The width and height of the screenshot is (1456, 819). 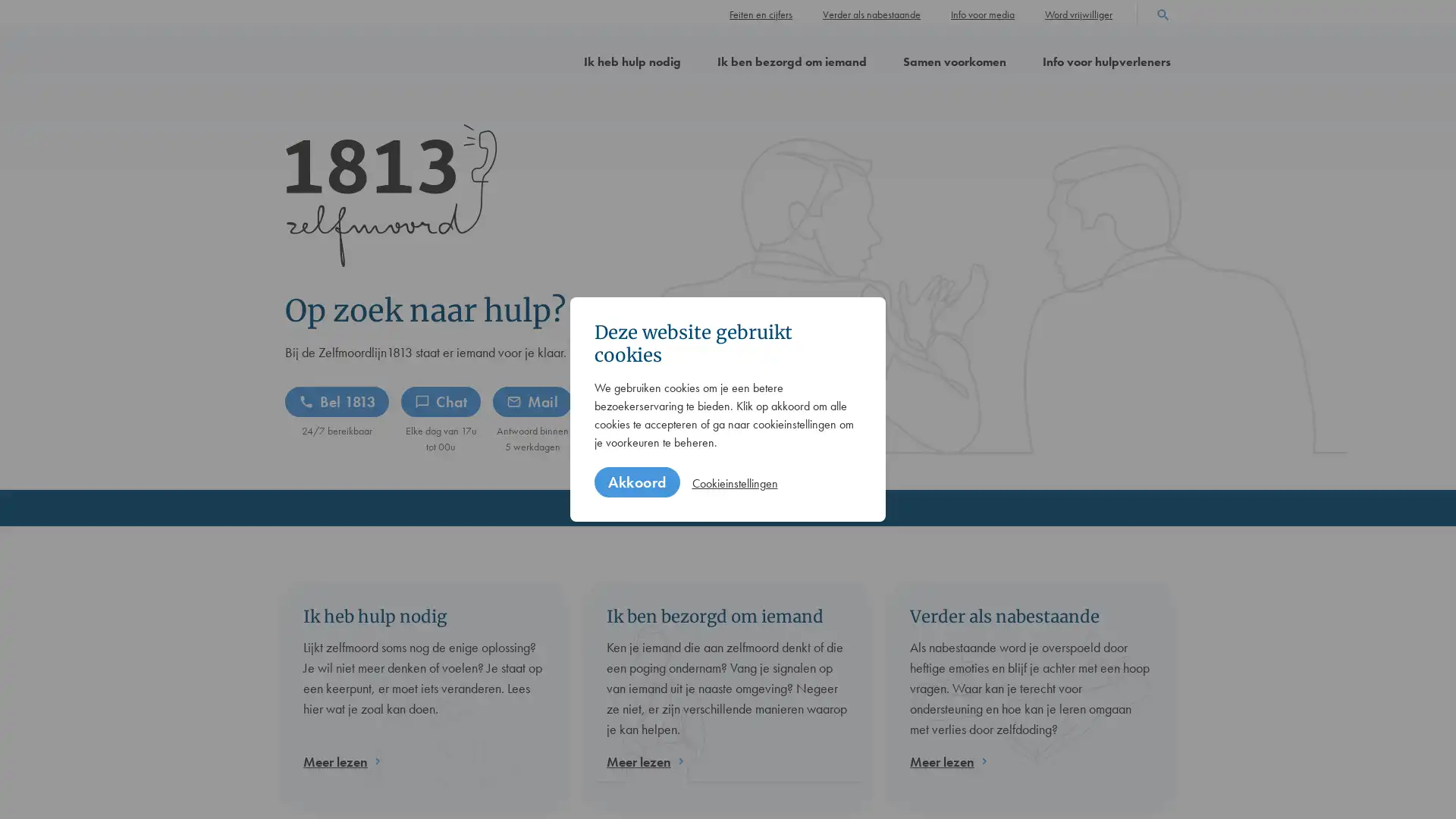 What do you see at coordinates (1163, 13) in the screenshot?
I see `Zoeken` at bounding box center [1163, 13].